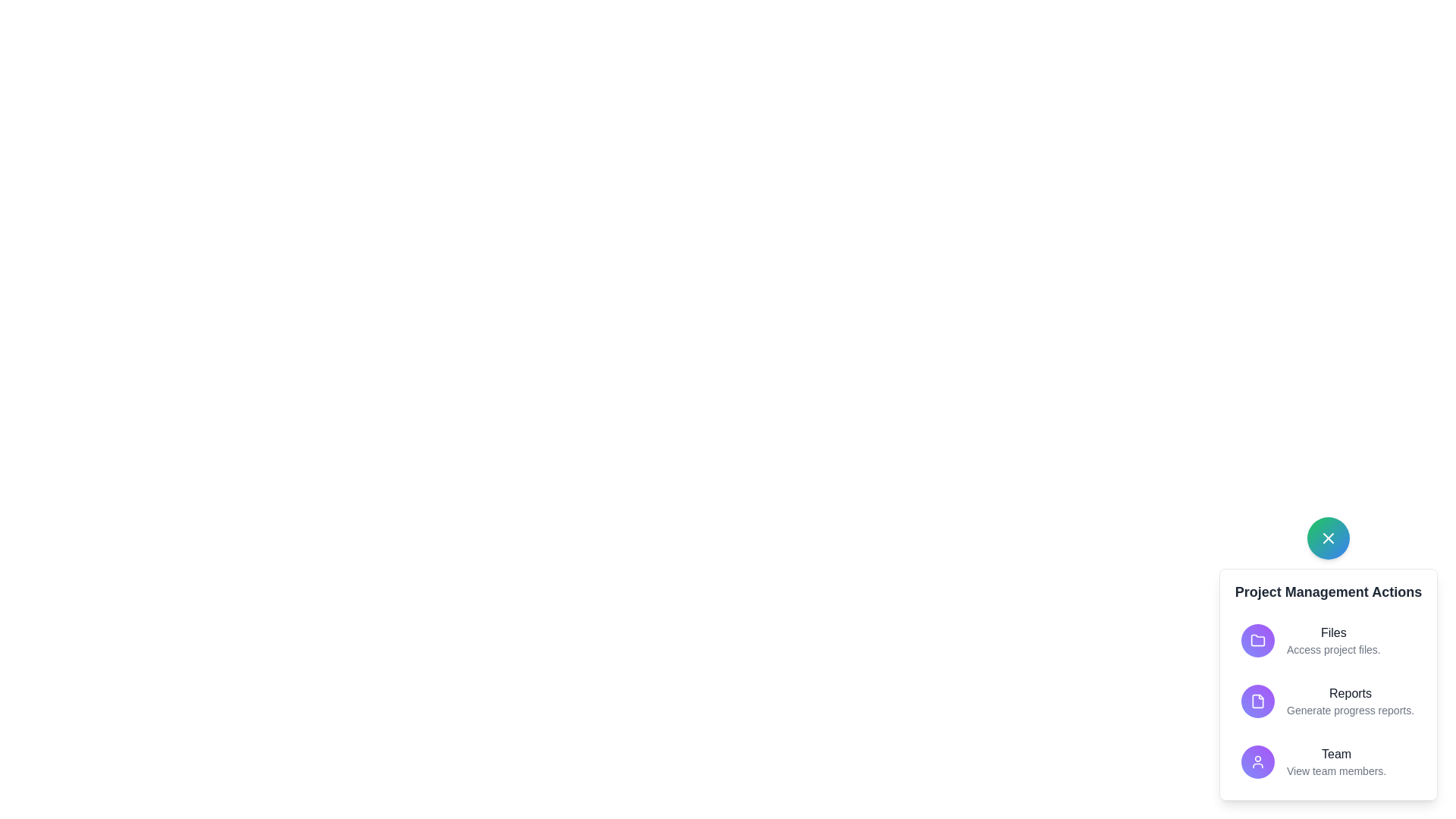 The width and height of the screenshot is (1456, 819). I want to click on the text in the popup corresponding to Team, so click(1336, 755).